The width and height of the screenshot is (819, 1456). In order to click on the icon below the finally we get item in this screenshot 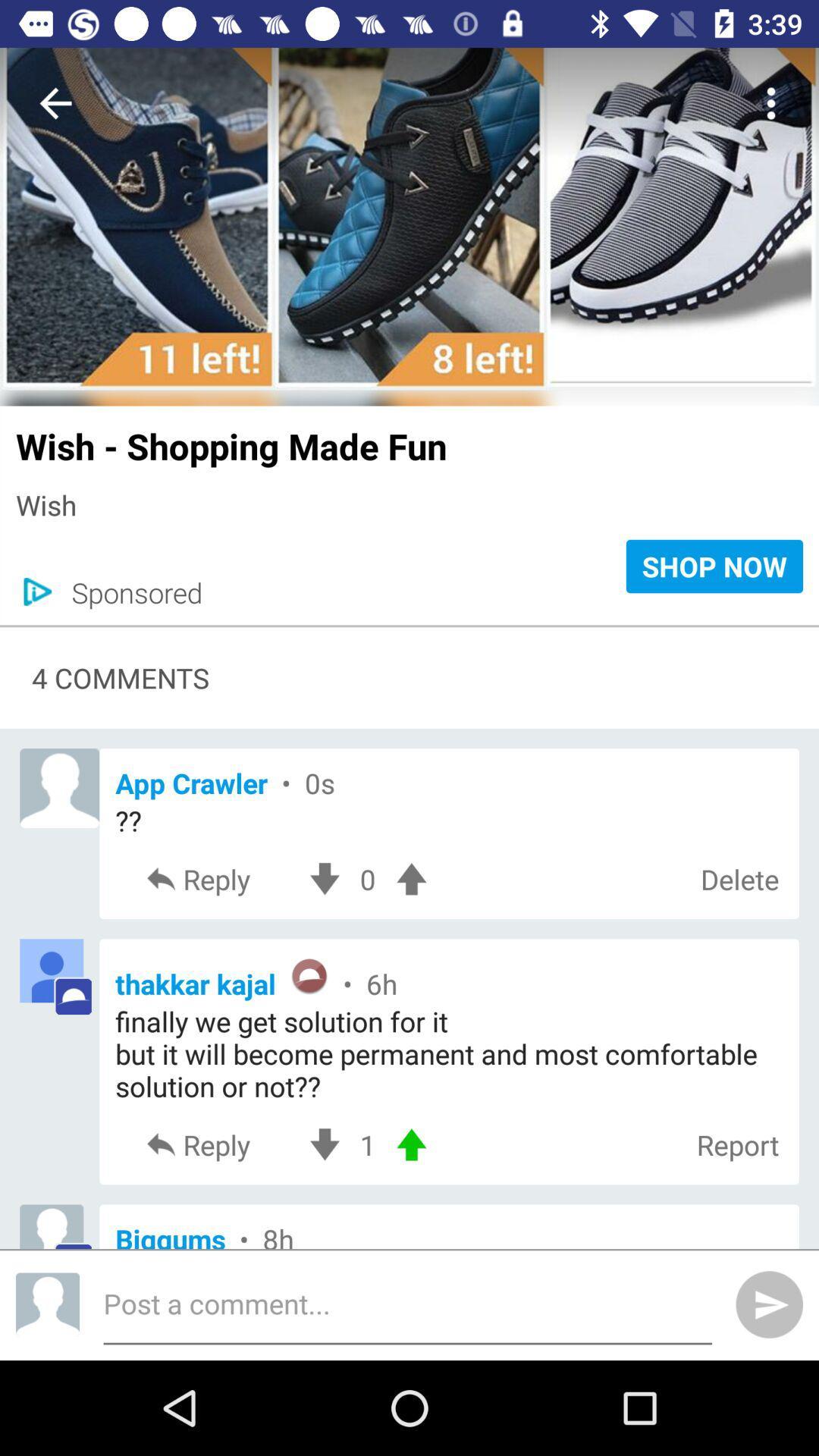, I will do `click(368, 1144)`.